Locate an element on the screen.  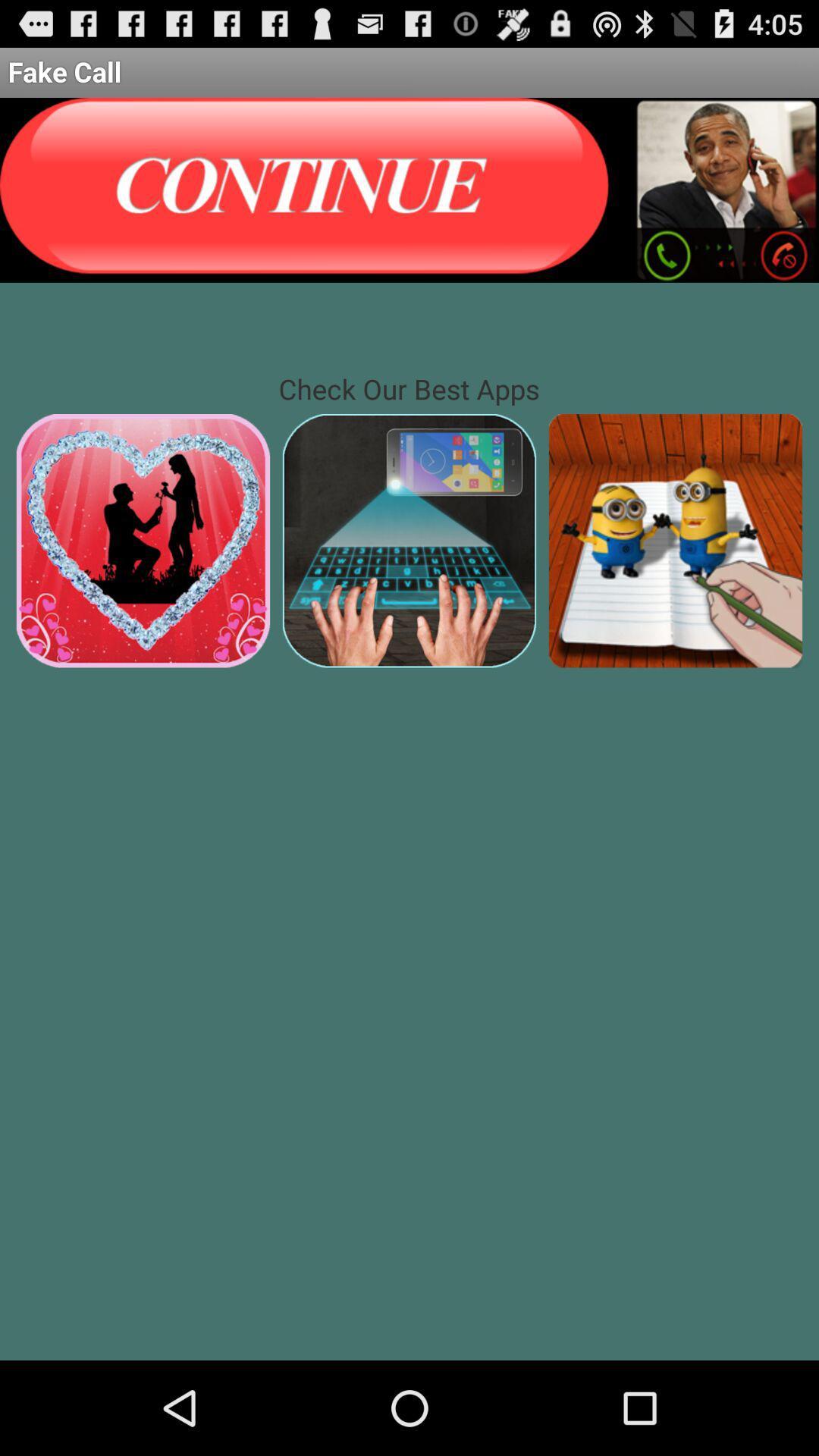
option is located at coordinates (307, 189).